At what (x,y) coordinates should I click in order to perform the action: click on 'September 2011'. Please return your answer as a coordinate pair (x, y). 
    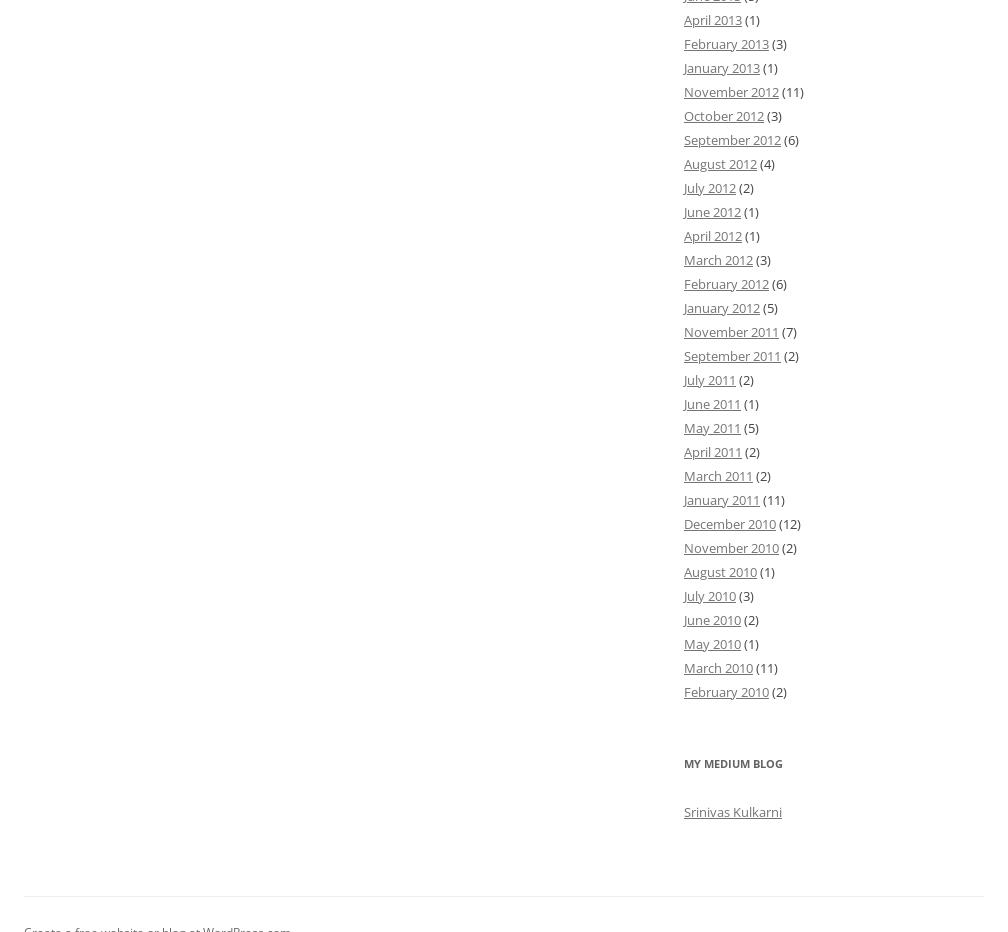
    Looking at the image, I should click on (732, 353).